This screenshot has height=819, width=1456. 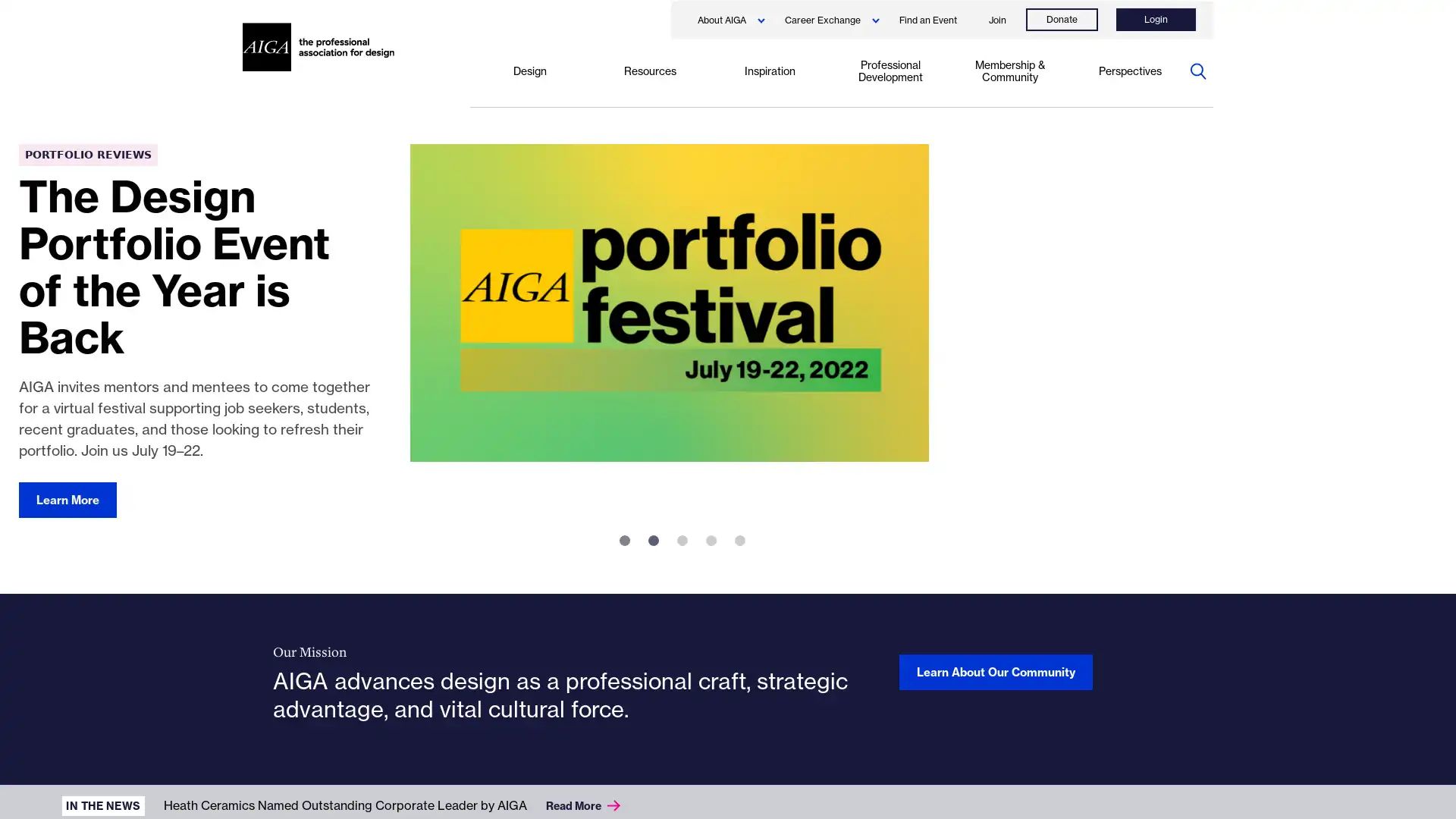 What do you see at coordinates (710, 540) in the screenshot?
I see `4 of 5` at bounding box center [710, 540].